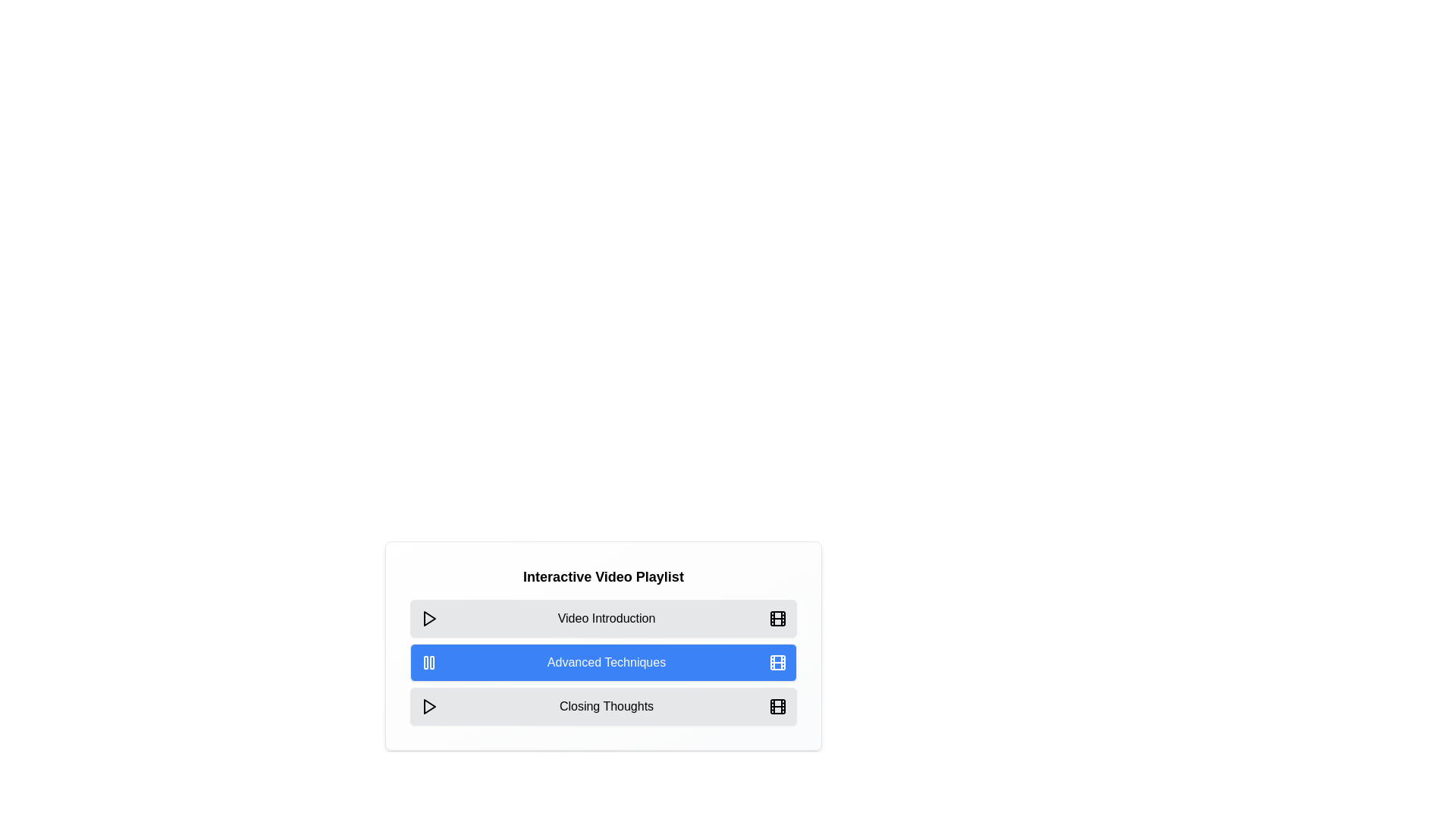 This screenshot has height=819, width=1456. What do you see at coordinates (603, 662) in the screenshot?
I see `the video chip corresponding to Advanced Techniques to toggle its play/pause state` at bounding box center [603, 662].